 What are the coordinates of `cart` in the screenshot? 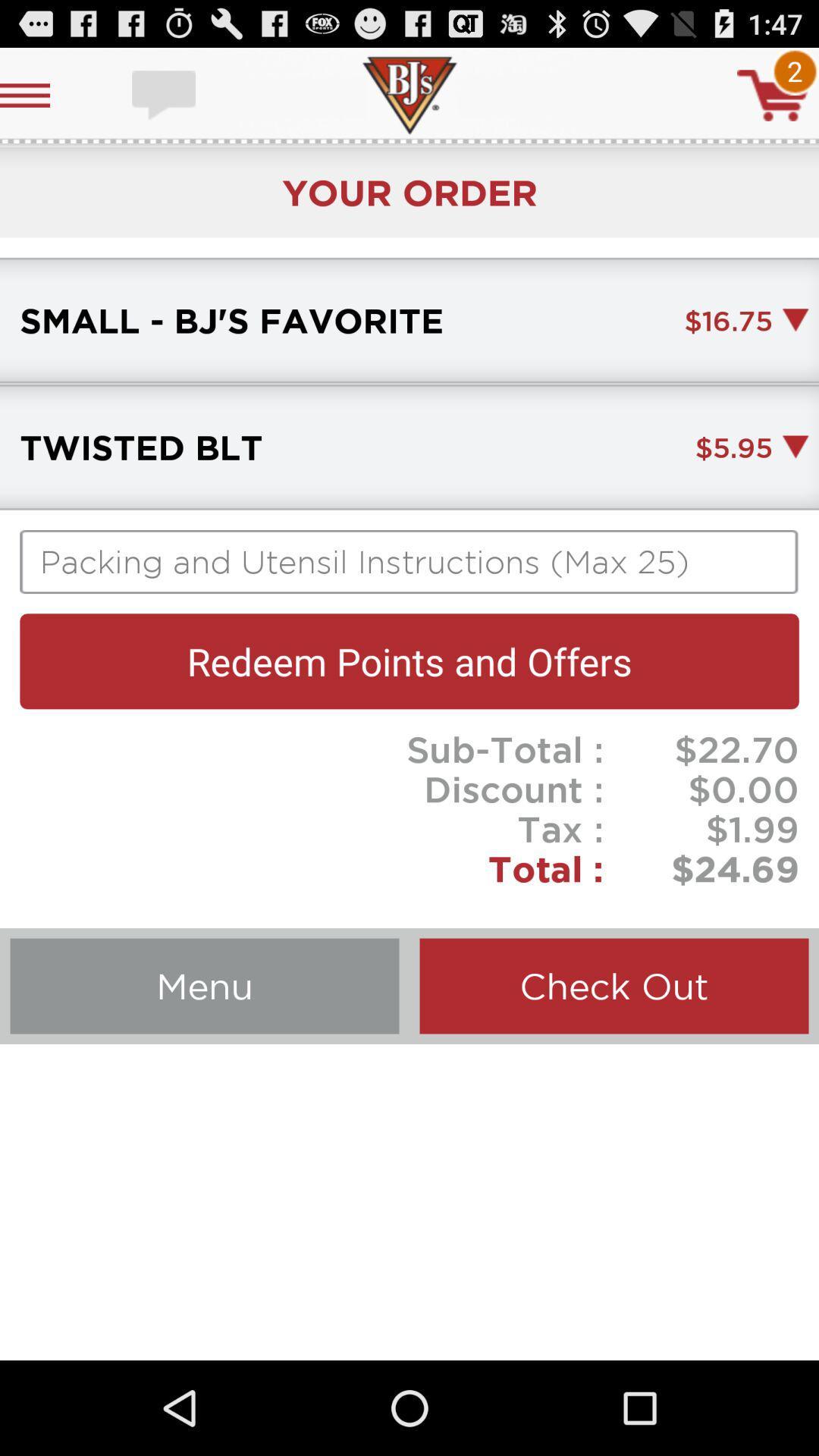 It's located at (773, 94).